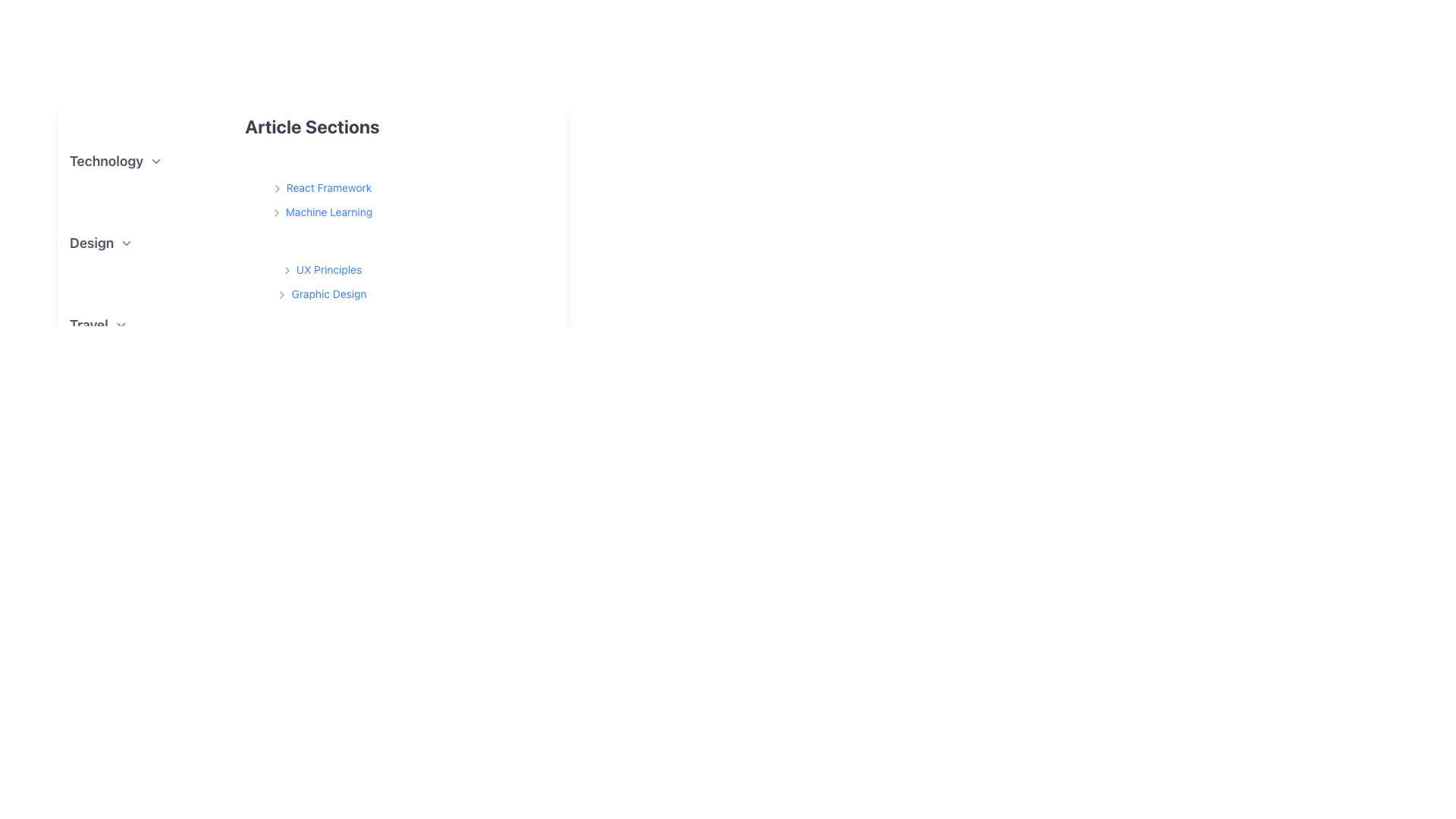 Image resolution: width=1456 pixels, height=819 pixels. What do you see at coordinates (127, 242) in the screenshot?
I see `the small downward-pointing chevron icon located immediately to the right of the 'Design' label` at bounding box center [127, 242].